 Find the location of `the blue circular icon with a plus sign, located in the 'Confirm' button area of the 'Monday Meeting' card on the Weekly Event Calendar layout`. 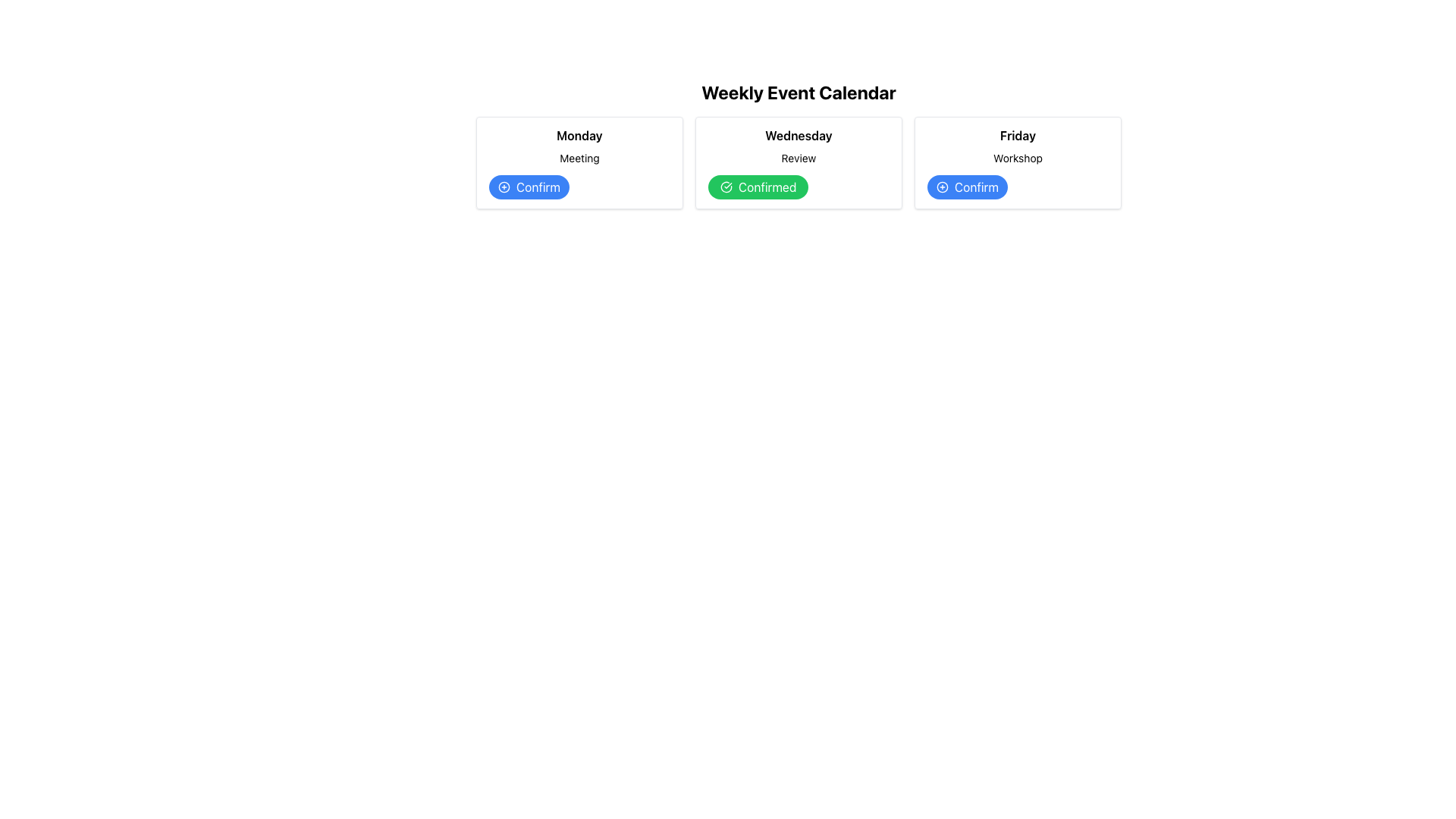

the blue circular icon with a plus sign, located in the 'Confirm' button area of the 'Monday Meeting' card on the Weekly Event Calendar layout is located at coordinates (504, 186).